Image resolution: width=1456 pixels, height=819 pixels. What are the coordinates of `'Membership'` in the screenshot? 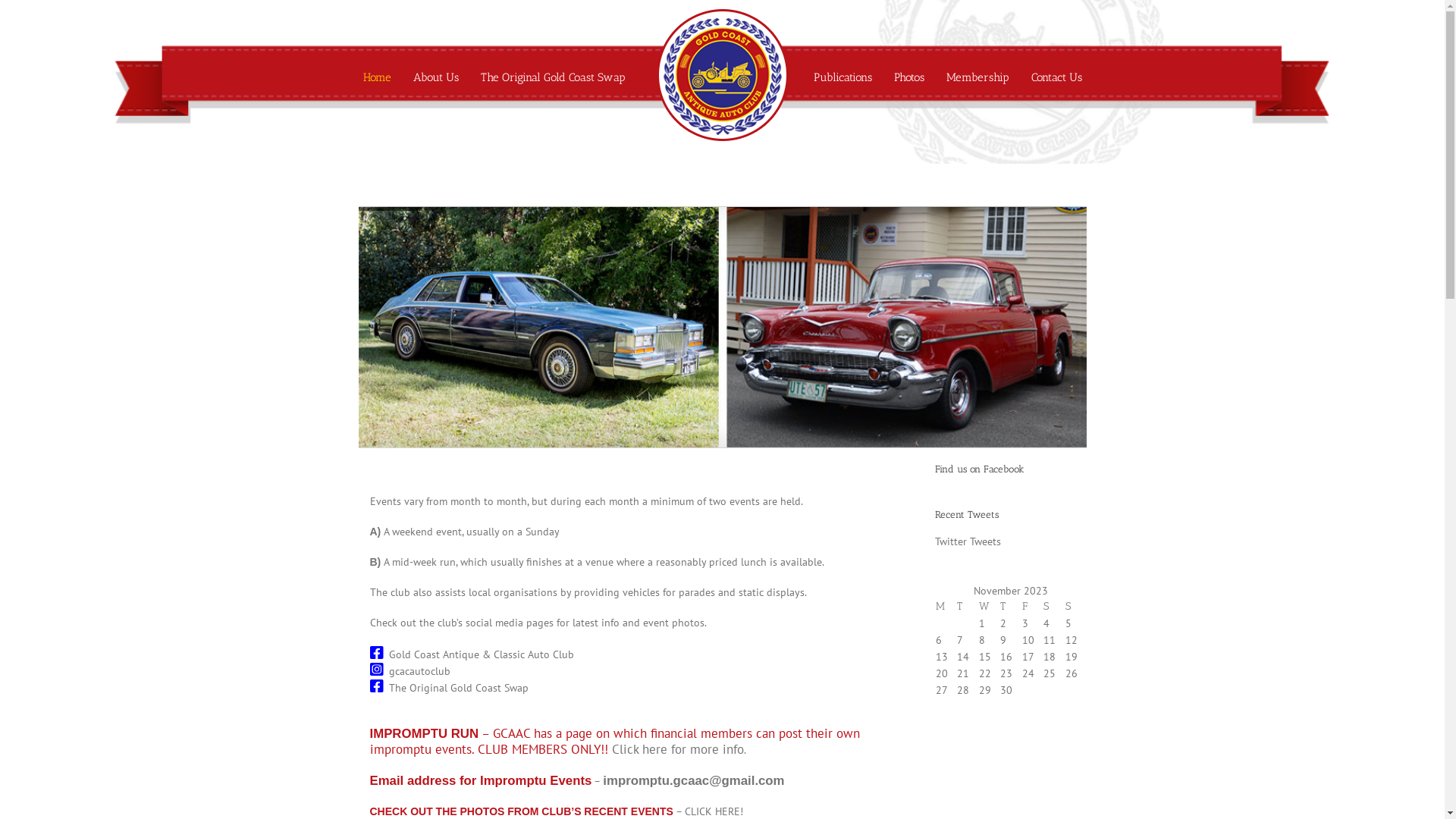 It's located at (977, 77).